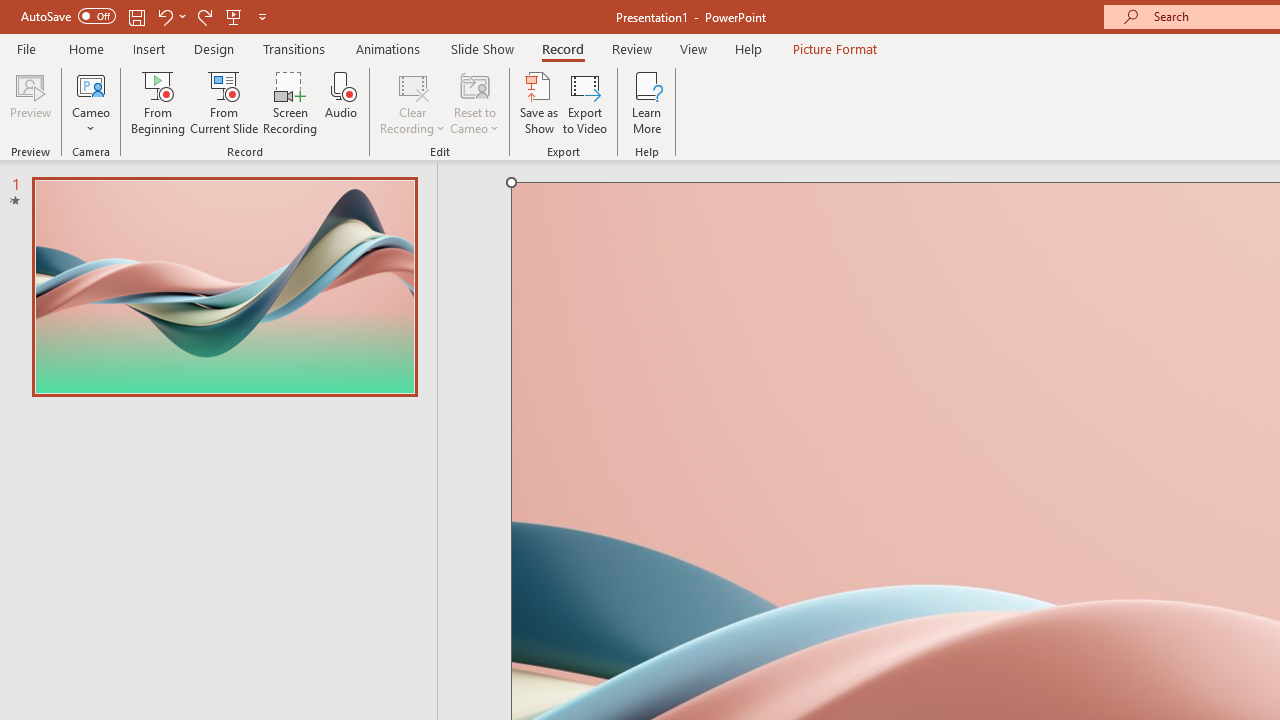  What do you see at coordinates (647, 103) in the screenshot?
I see `'Learn More'` at bounding box center [647, 103].